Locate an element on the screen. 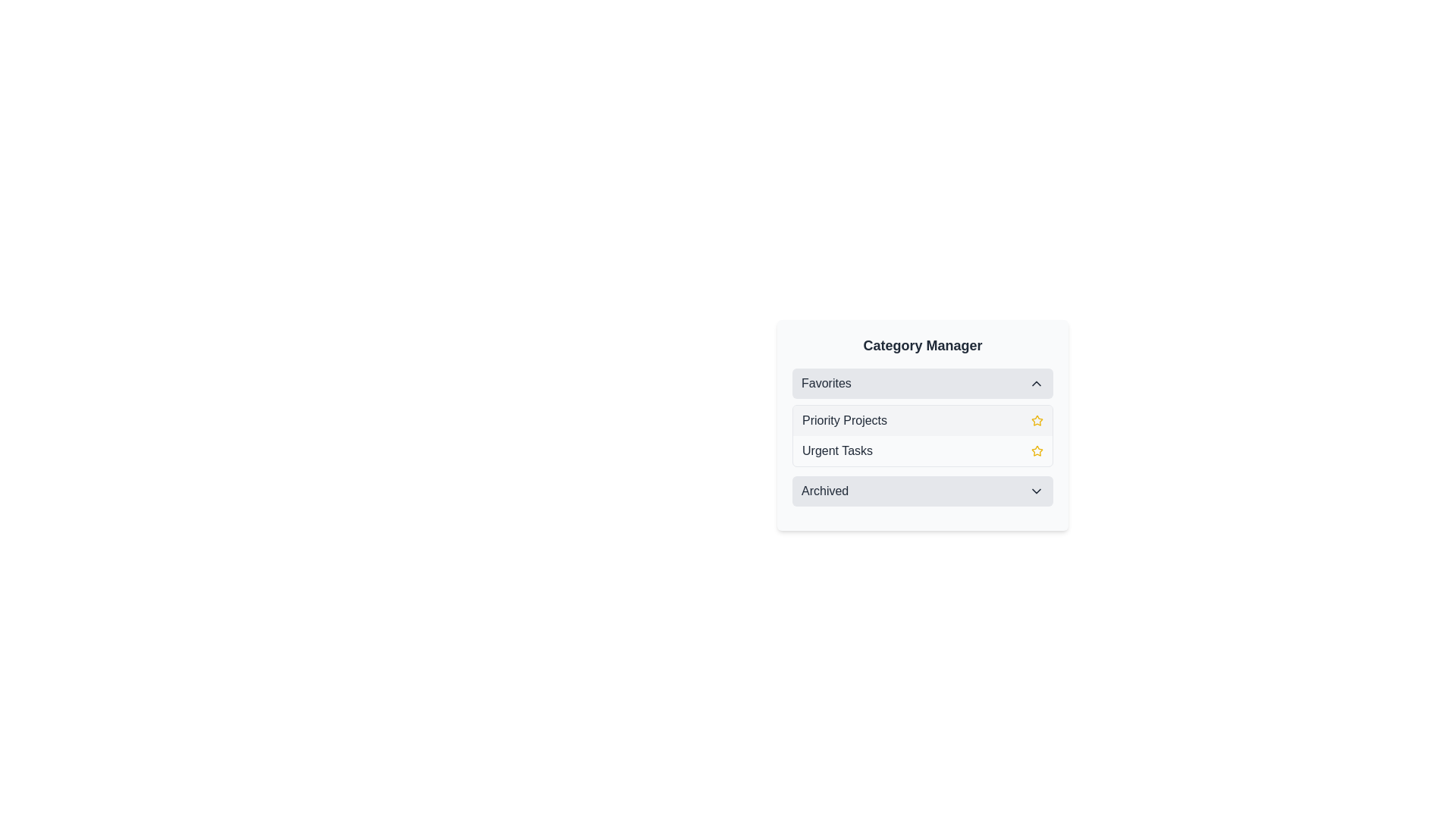  the small upward-pointing chevron icon located to the right of the 'Favorites' text in the 'Category Manager' list component to interact with the list segment is located at coordinates (1036, 382).